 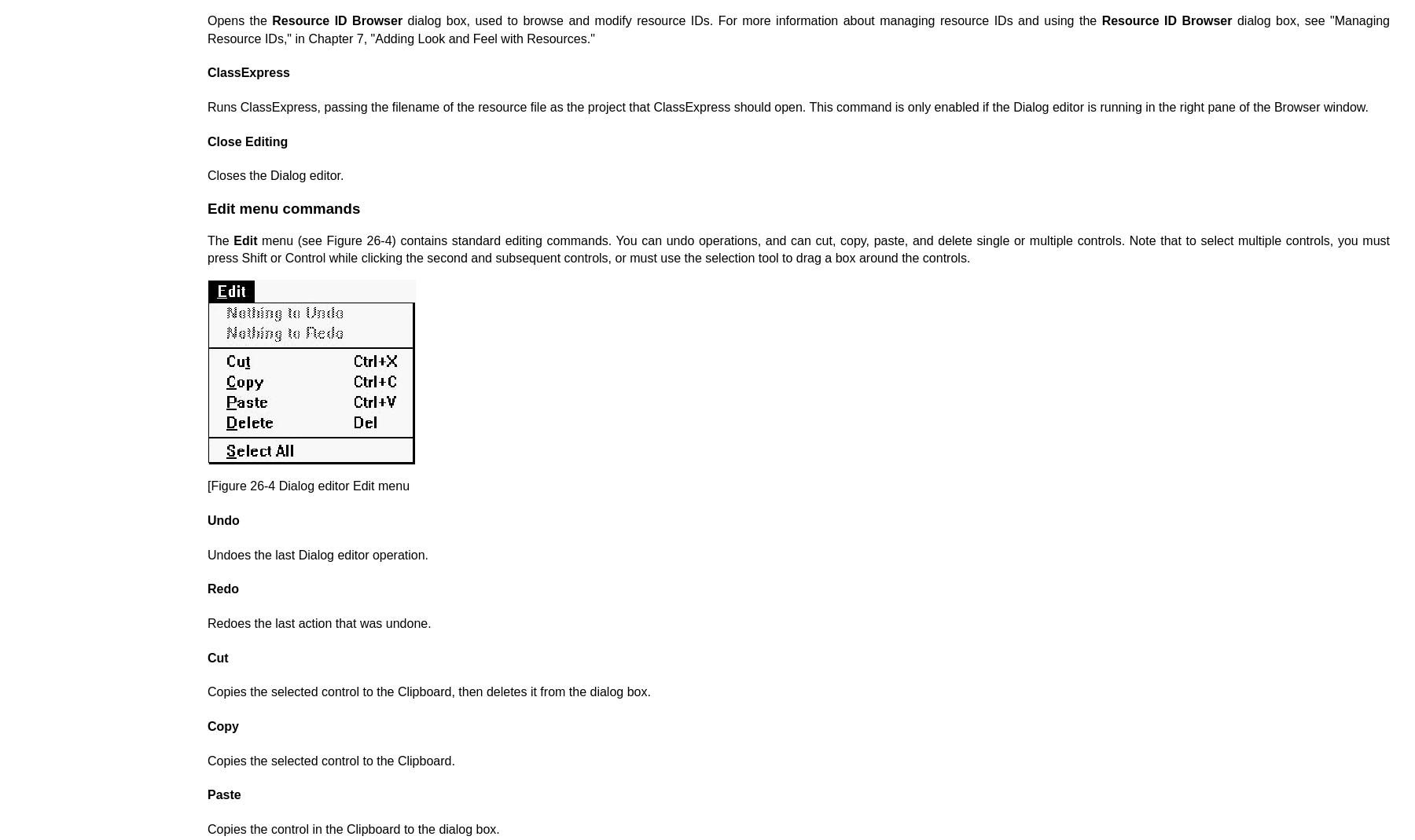 What do you see at coordinates (207, 248) in the screenshot?
I see `'menu (see Figure 26-4) contains standard editing 
commands. You can undo operations, and can cut, copy, paste, and 
delete single or multiple controls. Note that to select multiple 
controls, you must press Shift or Control while clicking the second 
and subsequent controls, or must use the selection tool to drag a box 
around the controls.'` at bounding box center [207, 248].